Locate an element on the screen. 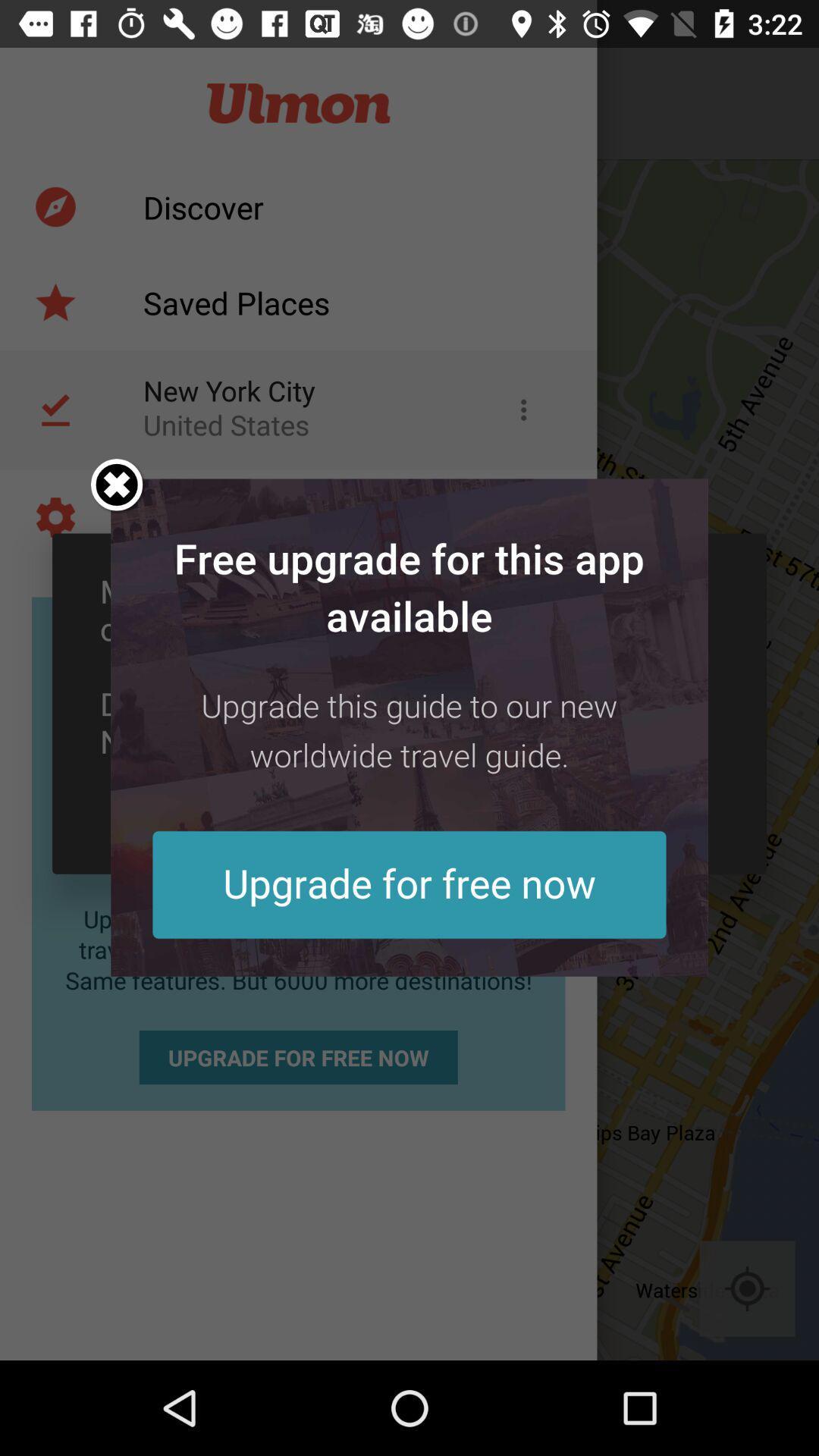 The width and height of the screenshot is (819, 1456). advertisement for free app upgrade is located at coordinates (409, 726).